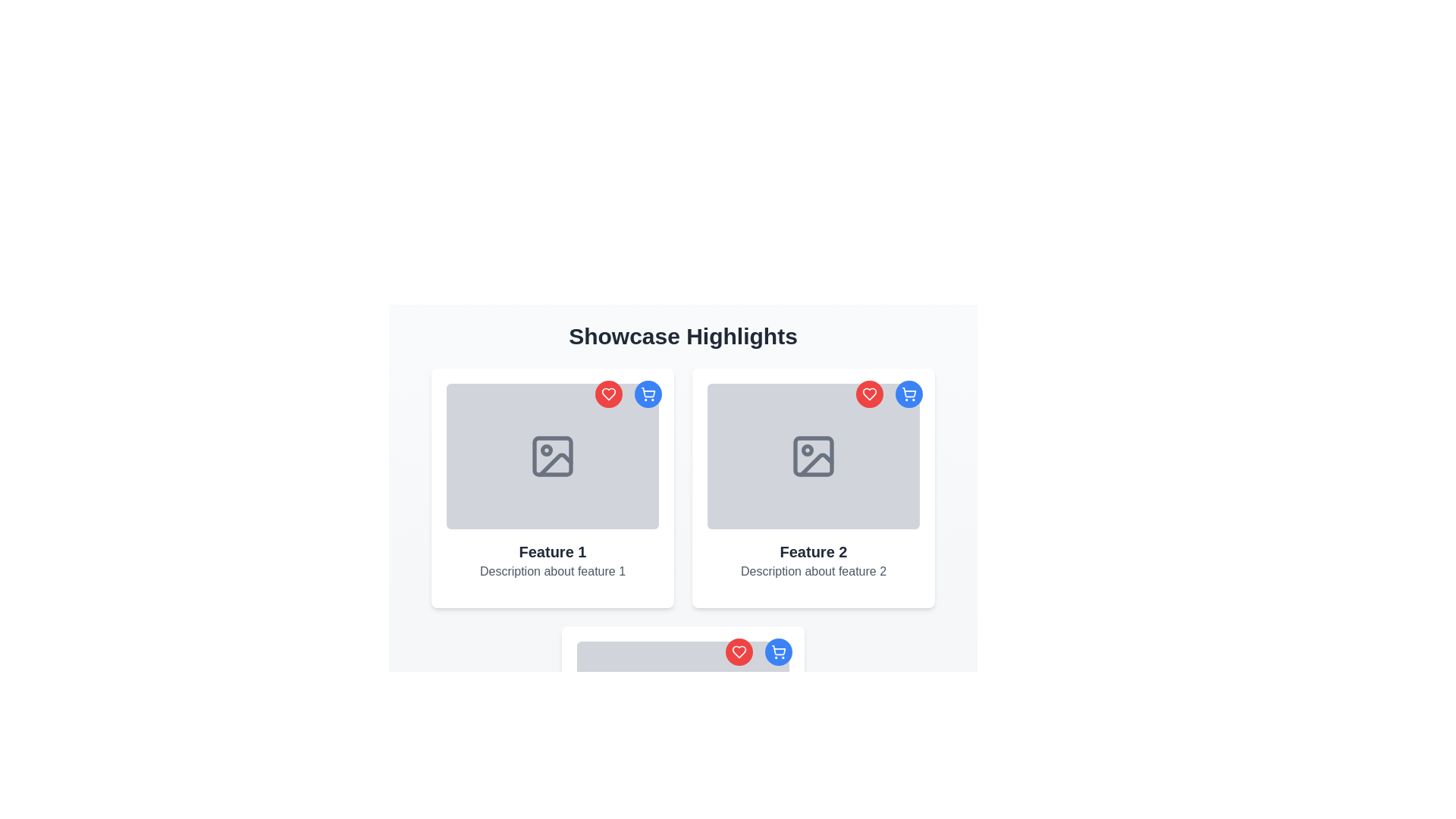 The width and height of the screenshot is (1456, 819). I want to click on the static text providing a brief description of the feature located below the title text 'Feature 1' in the first feature card, so click(552, 571).